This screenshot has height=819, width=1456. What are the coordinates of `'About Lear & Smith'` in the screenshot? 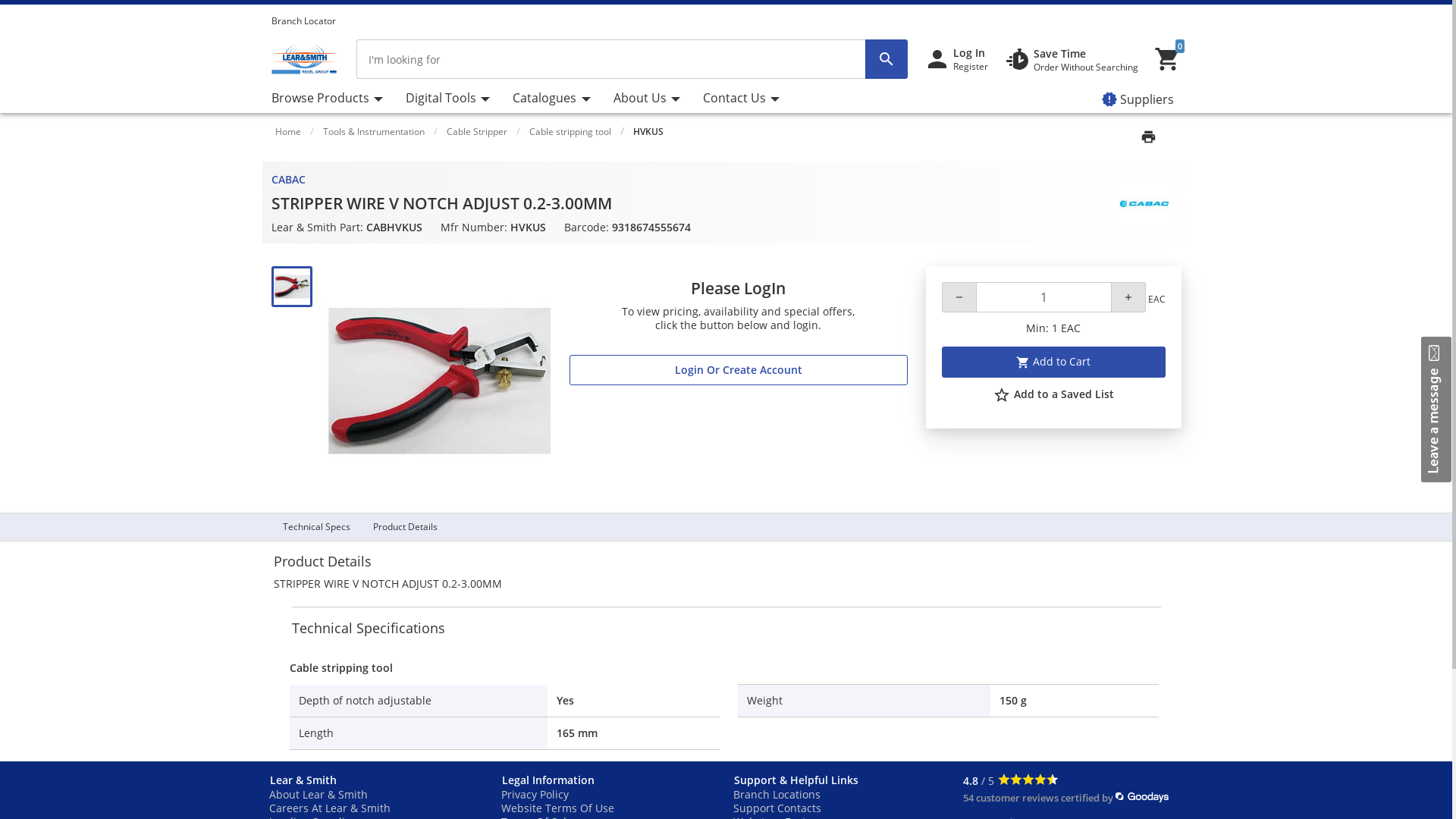 It's located at (316, 793).